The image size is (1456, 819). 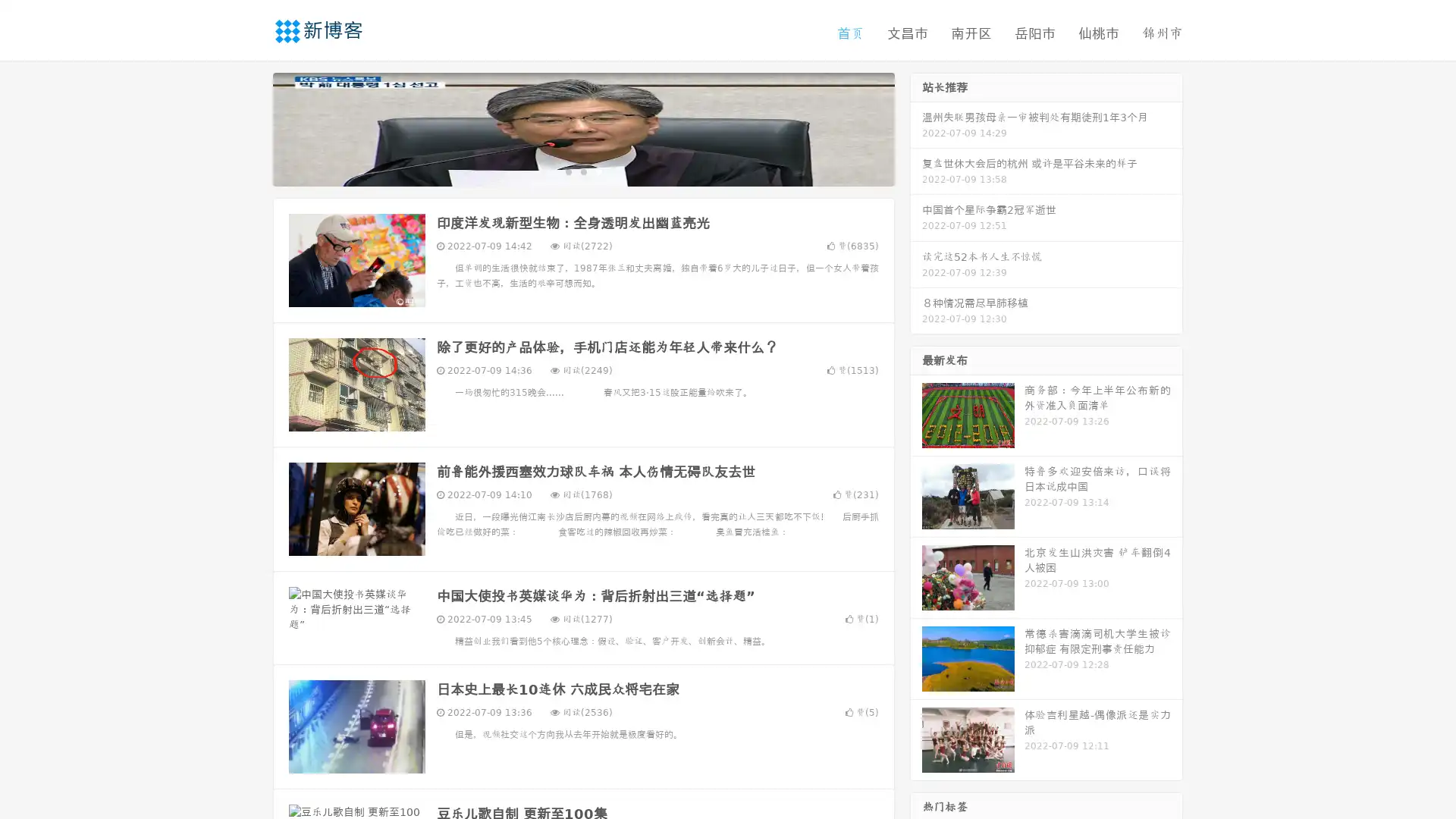 I want to click on Previous slide, so click(x=250, y=127).